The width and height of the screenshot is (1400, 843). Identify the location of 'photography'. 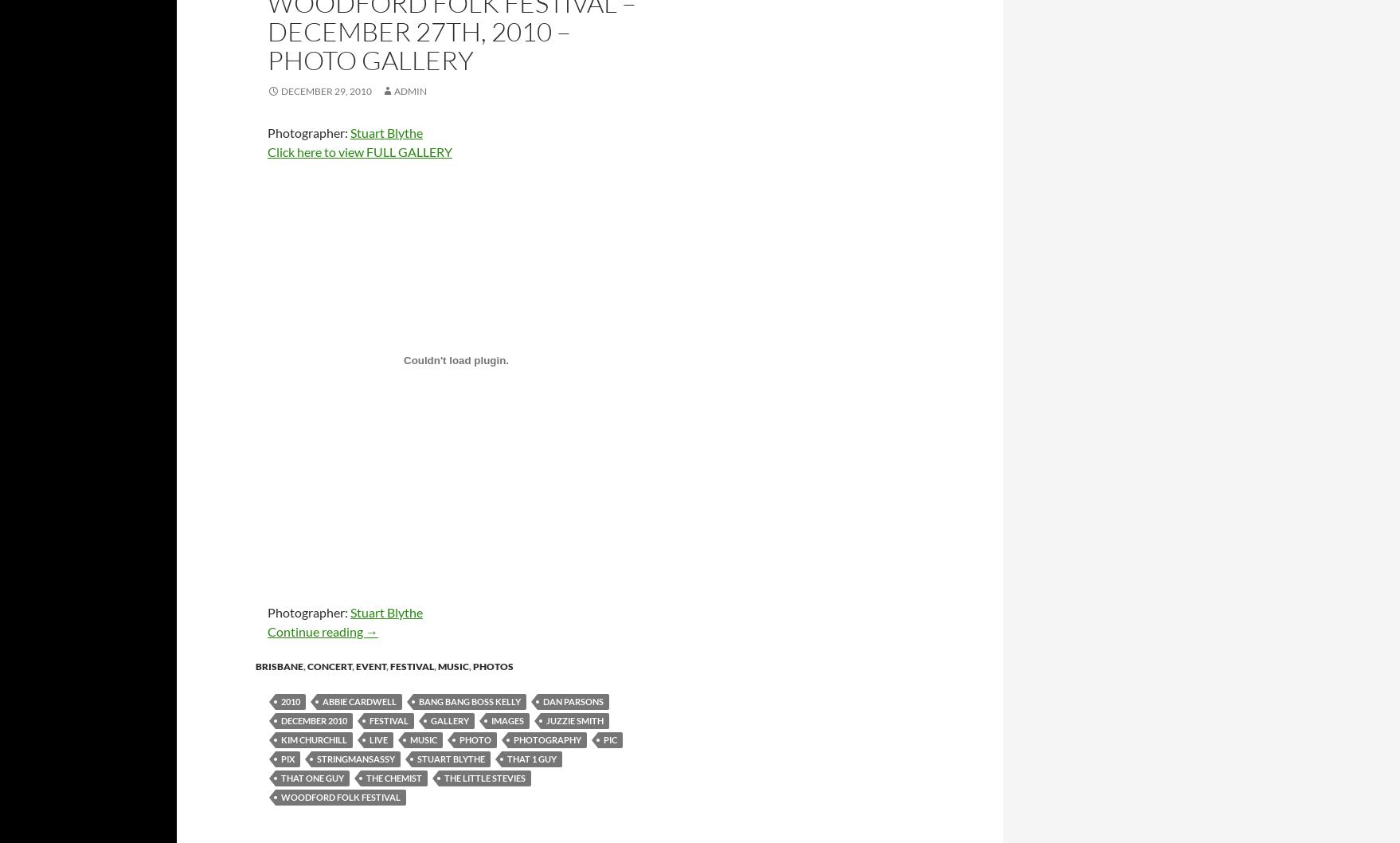
(547, 739).